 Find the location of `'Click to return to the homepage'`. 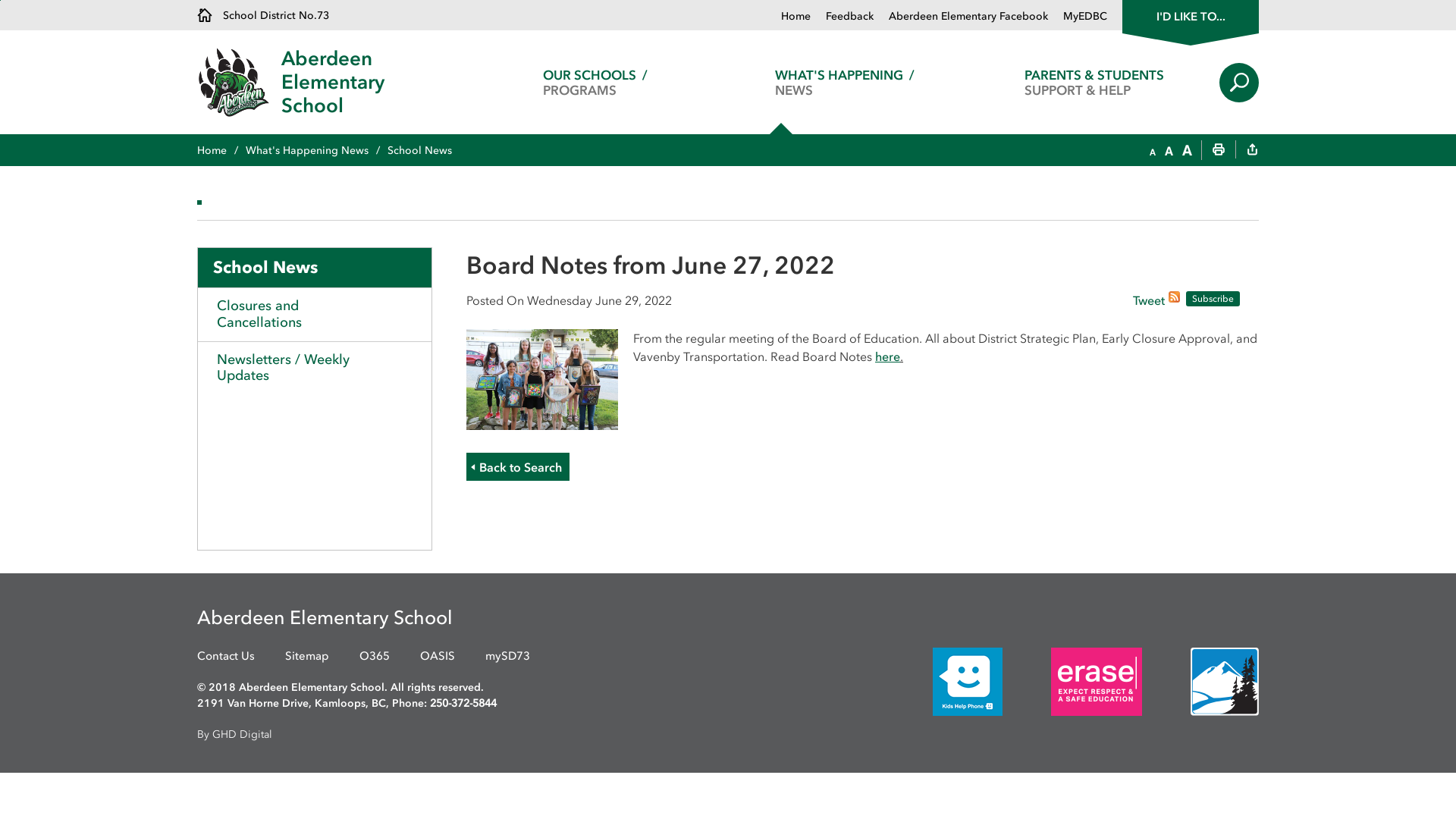

'Click to return to the homepage' is located at coordinates (238, 82).